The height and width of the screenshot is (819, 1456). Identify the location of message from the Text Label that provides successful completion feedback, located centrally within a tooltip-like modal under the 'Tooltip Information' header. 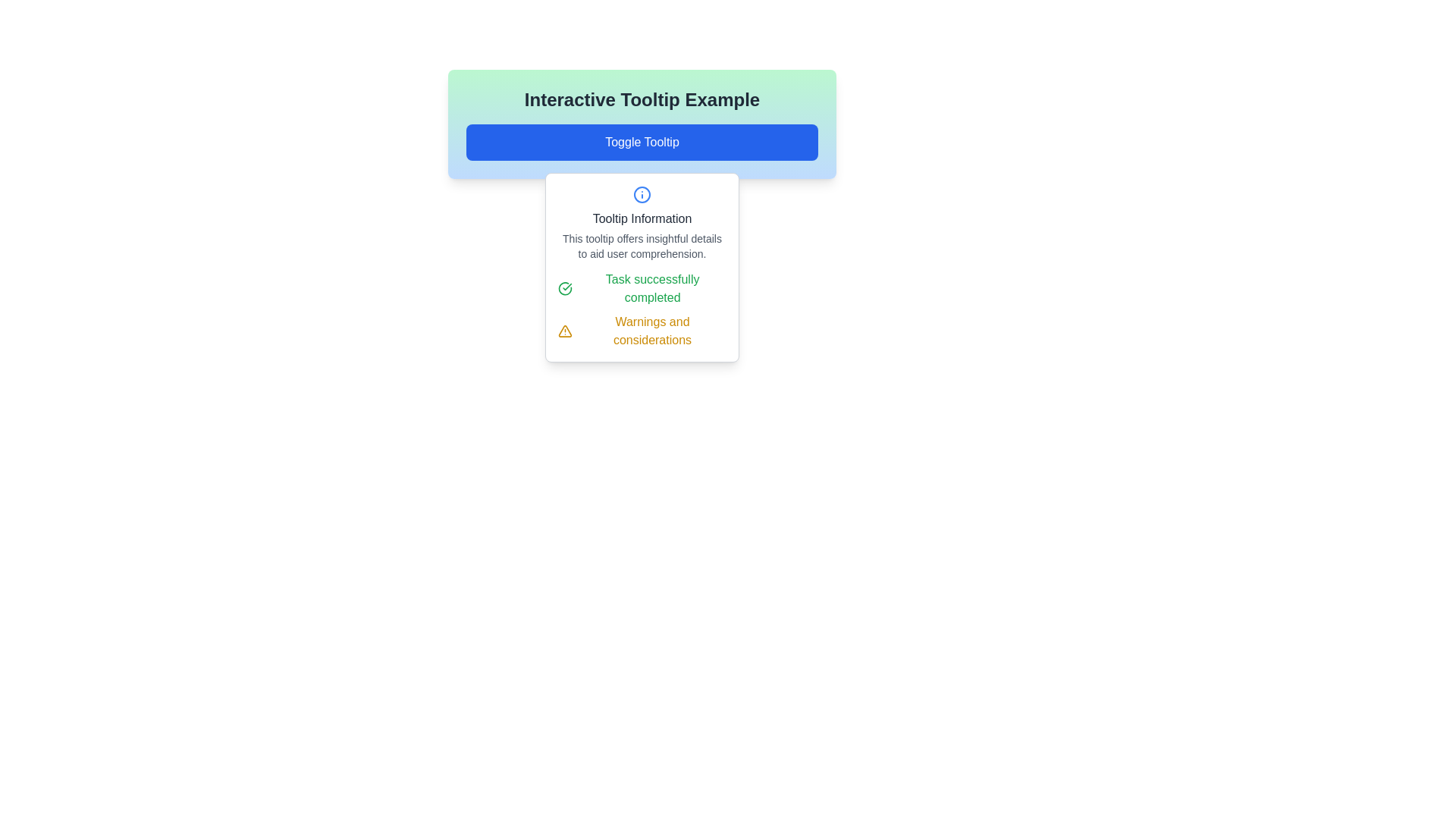
(652, 289).